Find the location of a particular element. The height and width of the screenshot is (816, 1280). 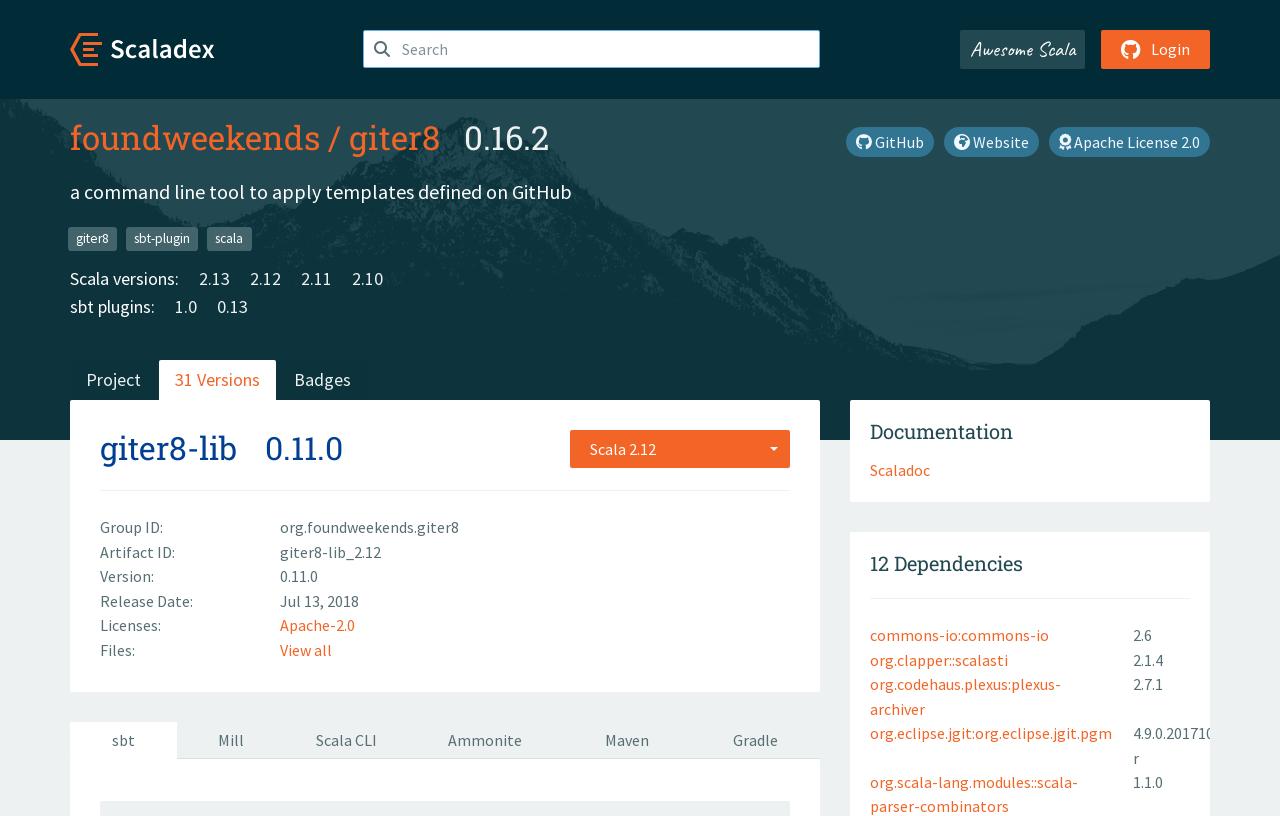

'commons-io:commons-io' is located at coordinates (958, 634).